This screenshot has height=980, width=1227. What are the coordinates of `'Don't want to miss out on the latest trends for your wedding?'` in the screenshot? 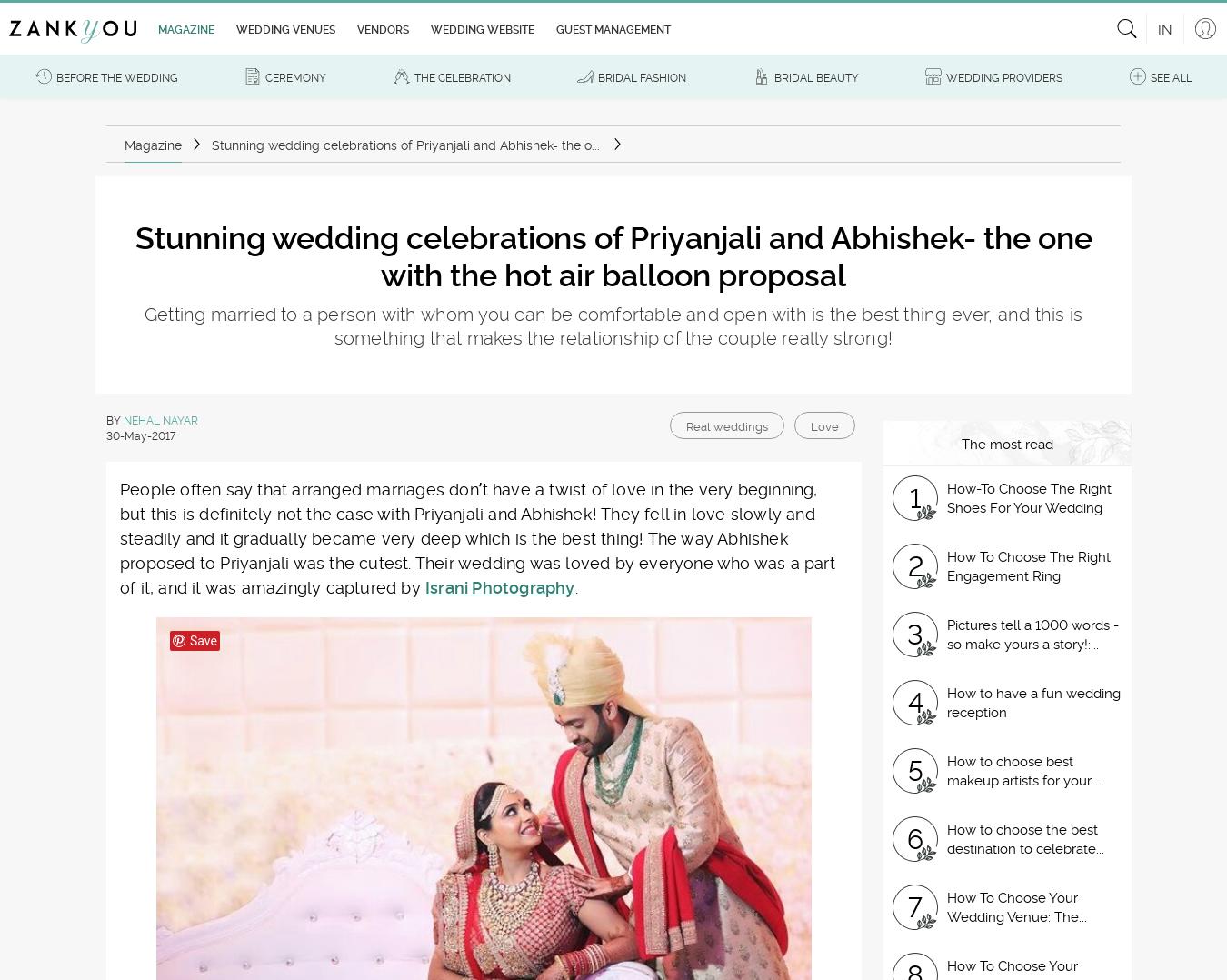 It's located at (483, 78).